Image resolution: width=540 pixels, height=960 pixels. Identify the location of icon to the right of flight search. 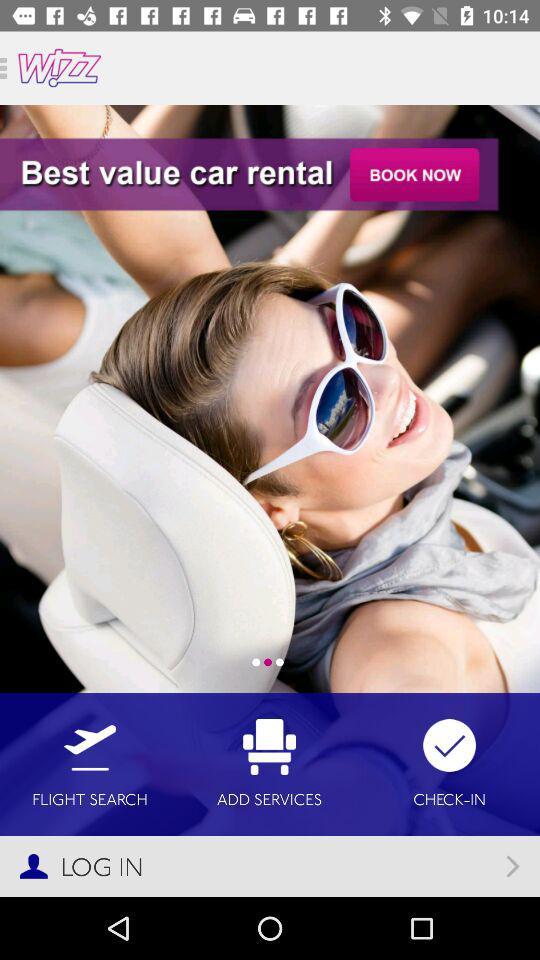
(269, 763).